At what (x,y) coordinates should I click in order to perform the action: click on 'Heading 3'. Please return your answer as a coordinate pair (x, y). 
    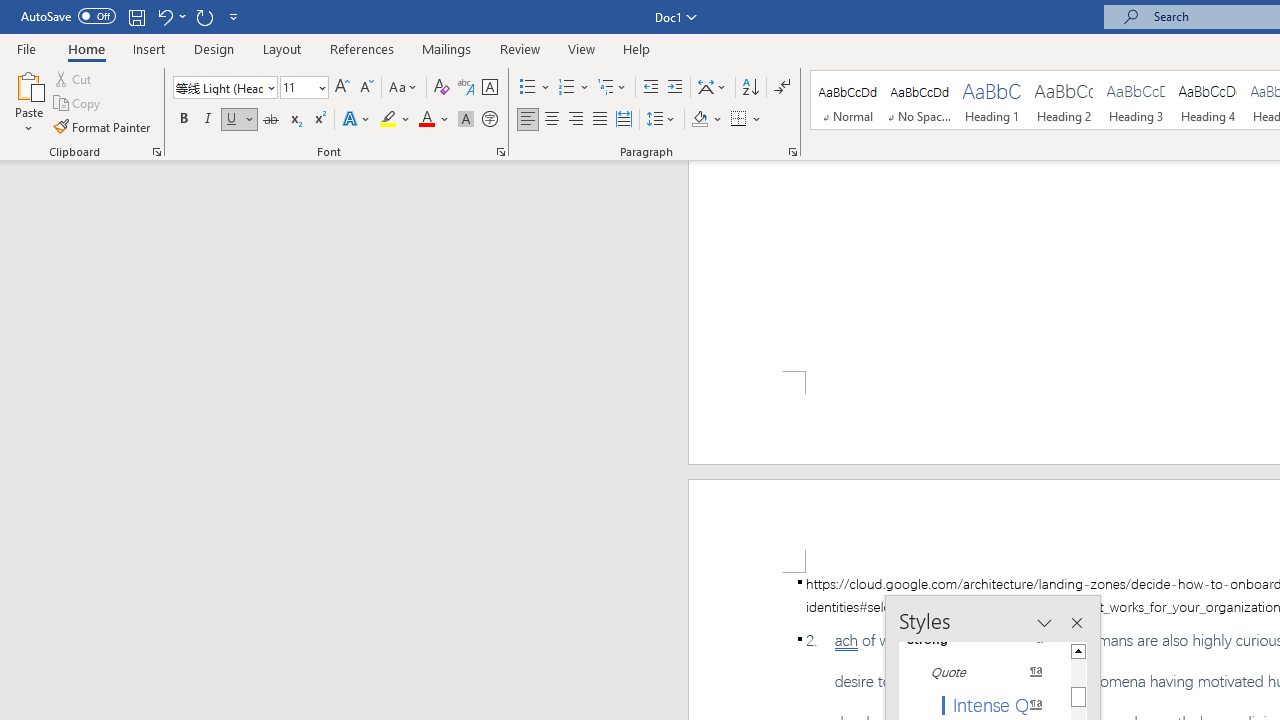
    Looking at the image, I should click on (1136, 100).